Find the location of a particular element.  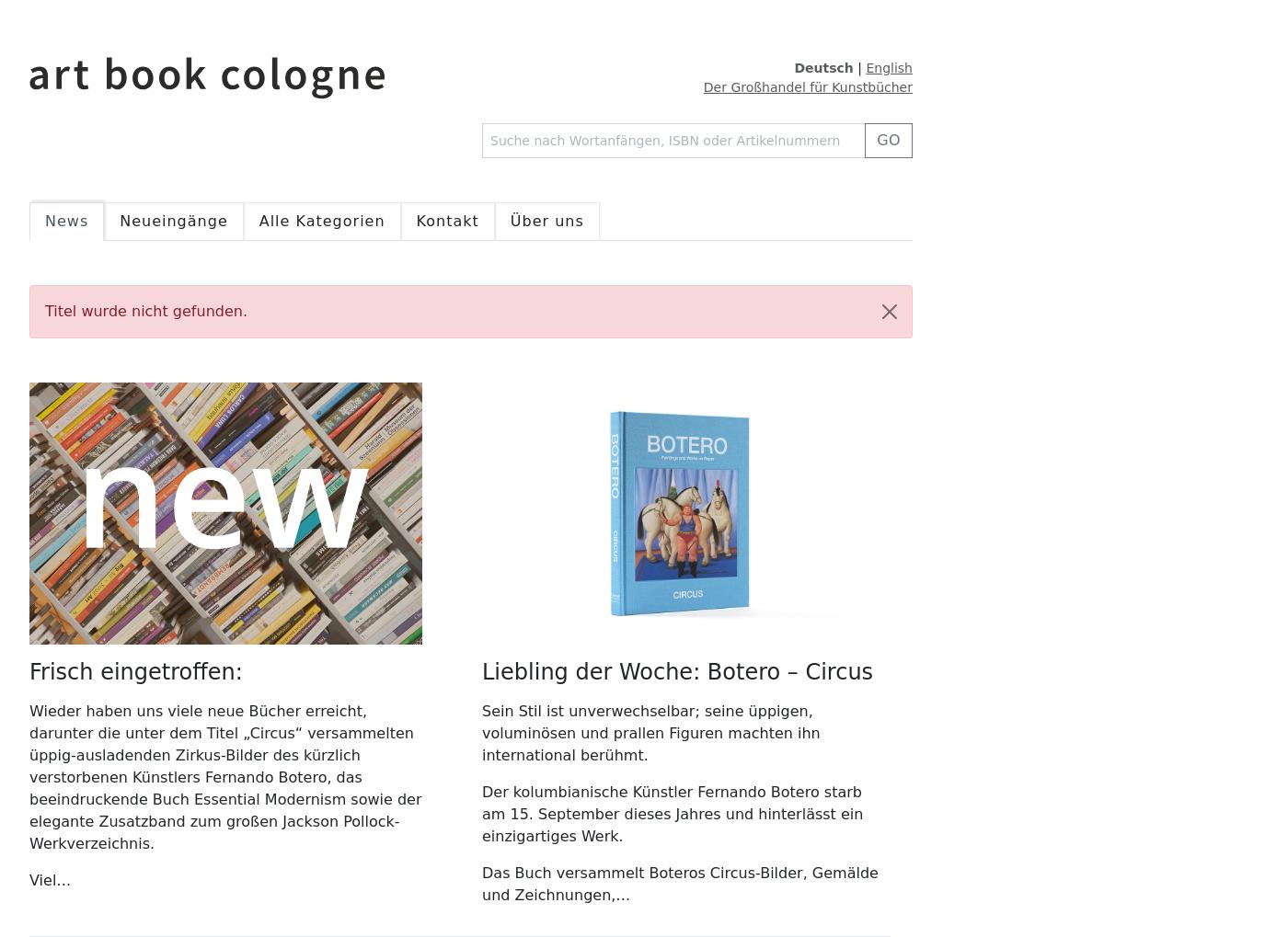

'55,00 €' is located at coordinates (570, 17).